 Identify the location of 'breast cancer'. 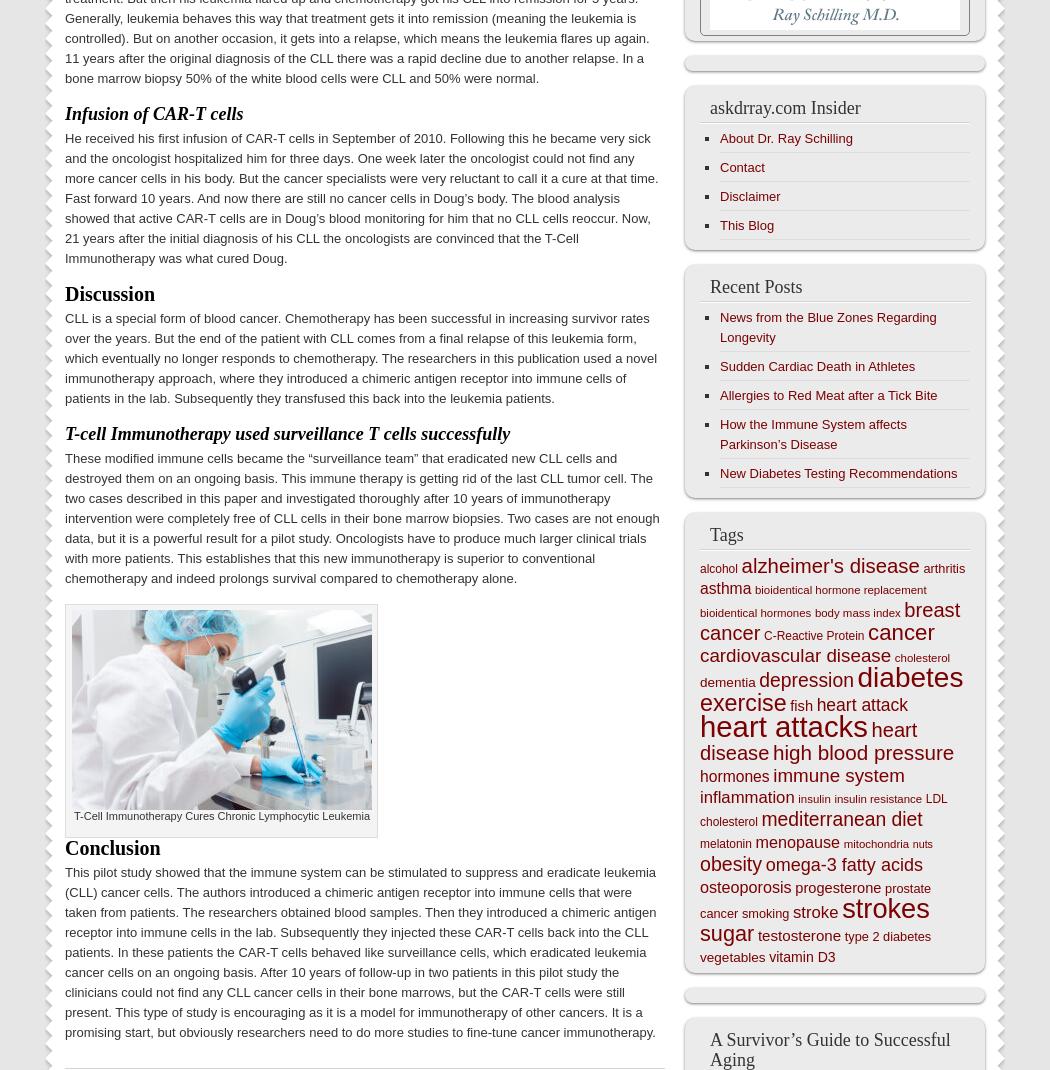
(830, 620).